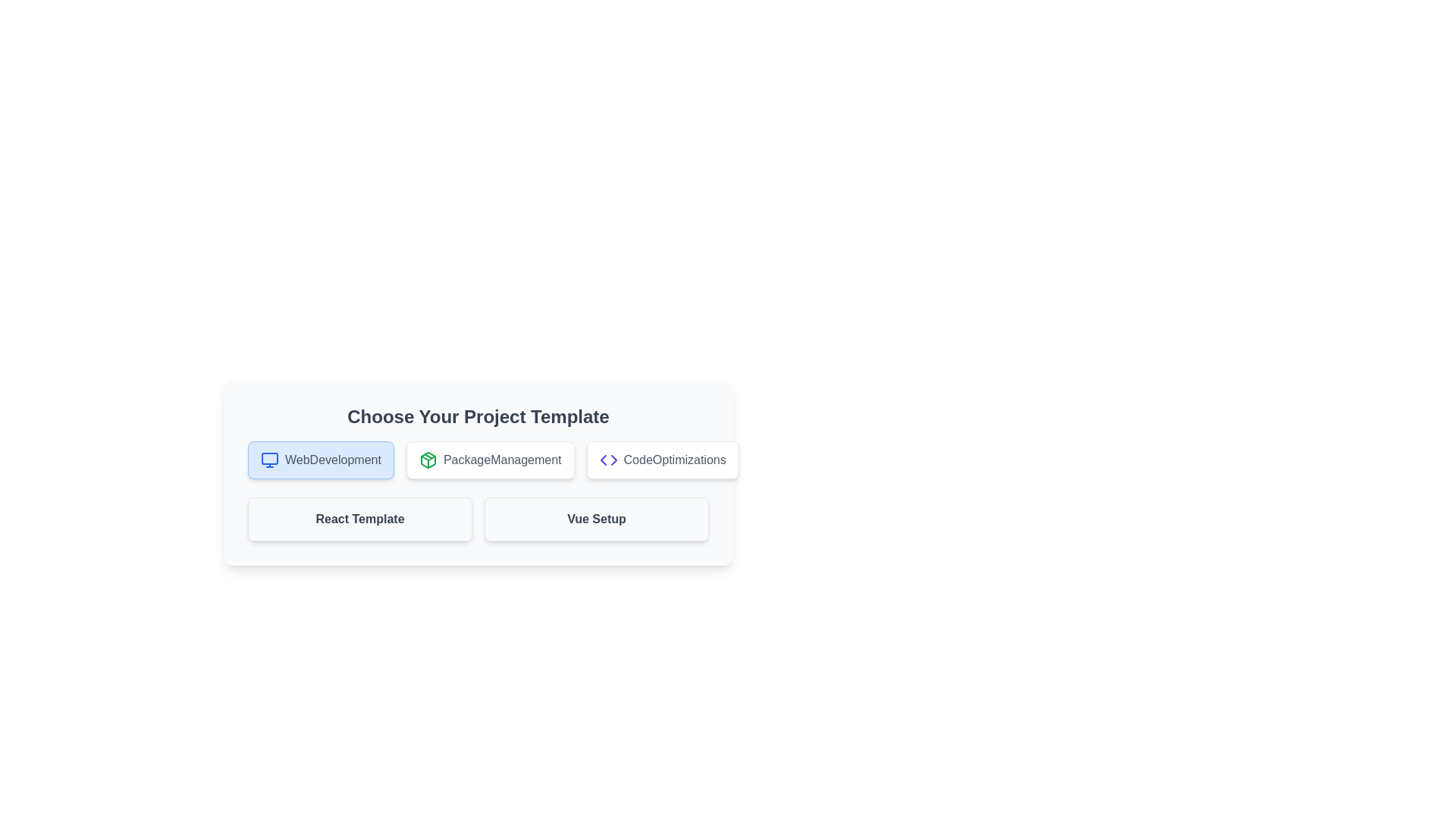  I want to click on the 'PackageManagement' label, which is the second option in a horizontally aligned list of selectable options, so click(502, 459).